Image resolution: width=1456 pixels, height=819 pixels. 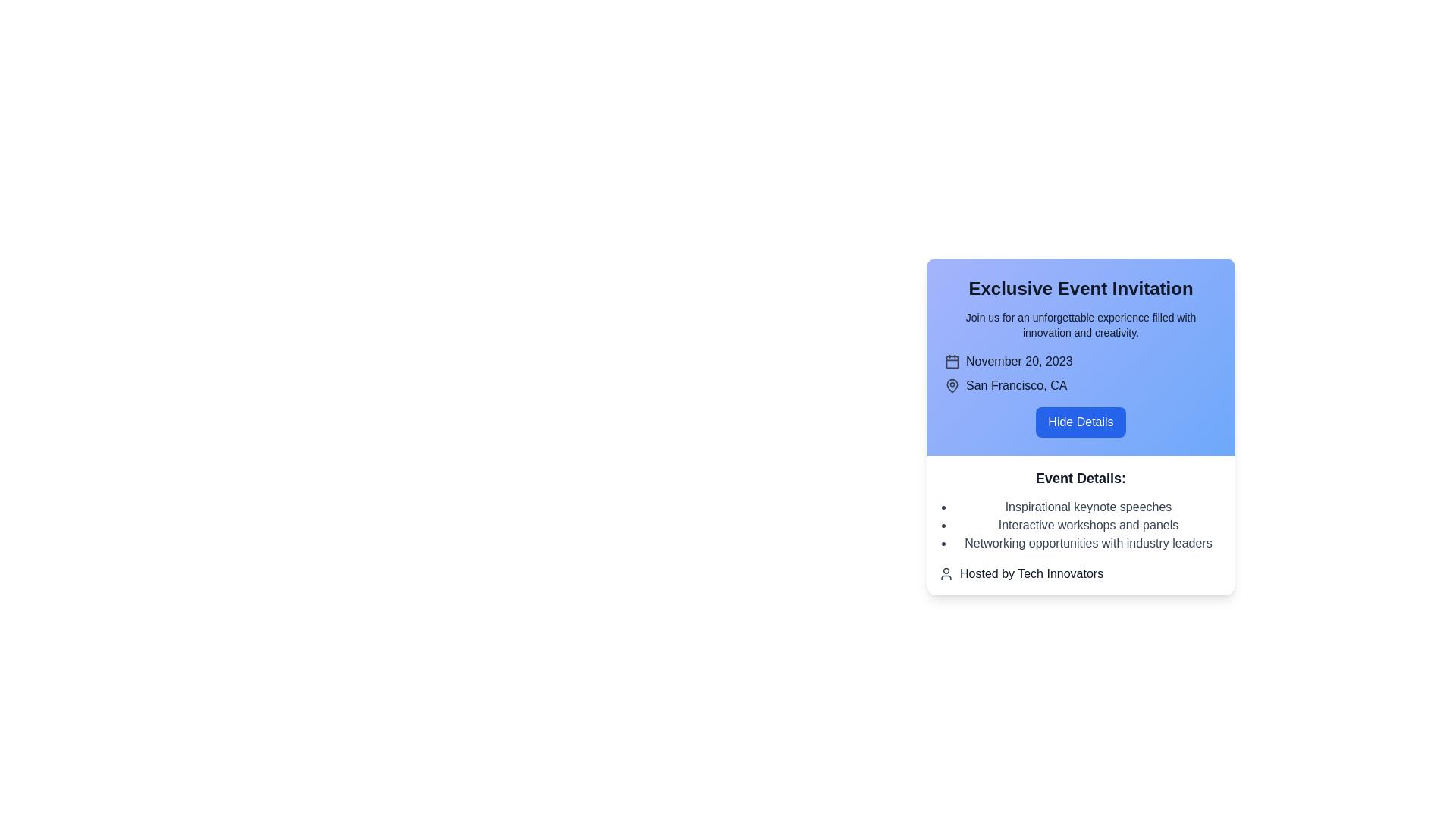 What do you see at coordinates (1080, 479) in the screenshot?
I see `the Text Label located in the central part of the card interface, positioned above the list of items and below the 'Hide Details' button` at bounding box center [1080, 479].